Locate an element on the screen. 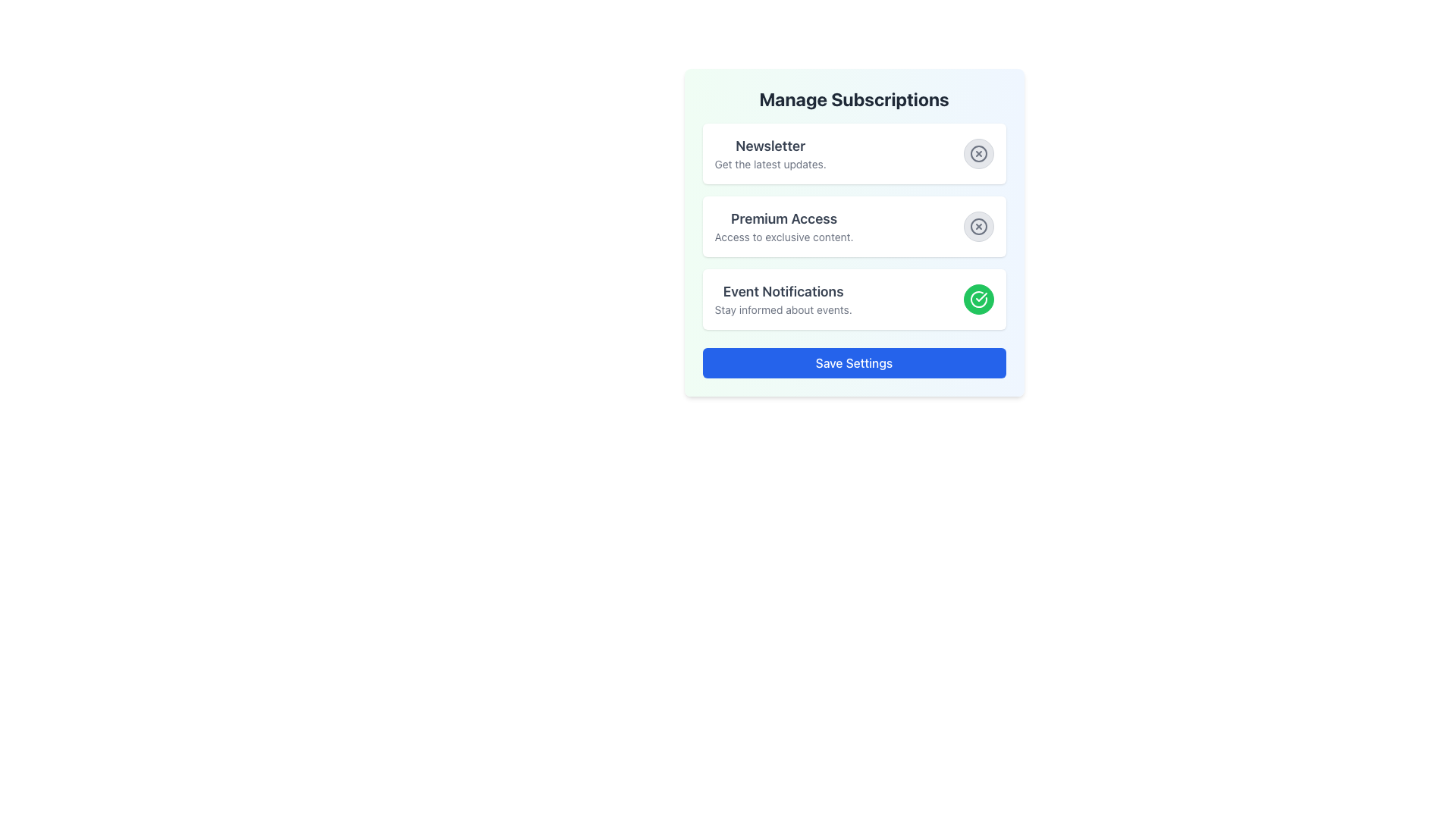 The image size is (1456, 819). contextual subtitle text for the 'Newsletter' subscription option, located beneath the 'Newsletter' text in the settings interface under 'Manage Subscriptions.' is located at coordinates (770, 164).